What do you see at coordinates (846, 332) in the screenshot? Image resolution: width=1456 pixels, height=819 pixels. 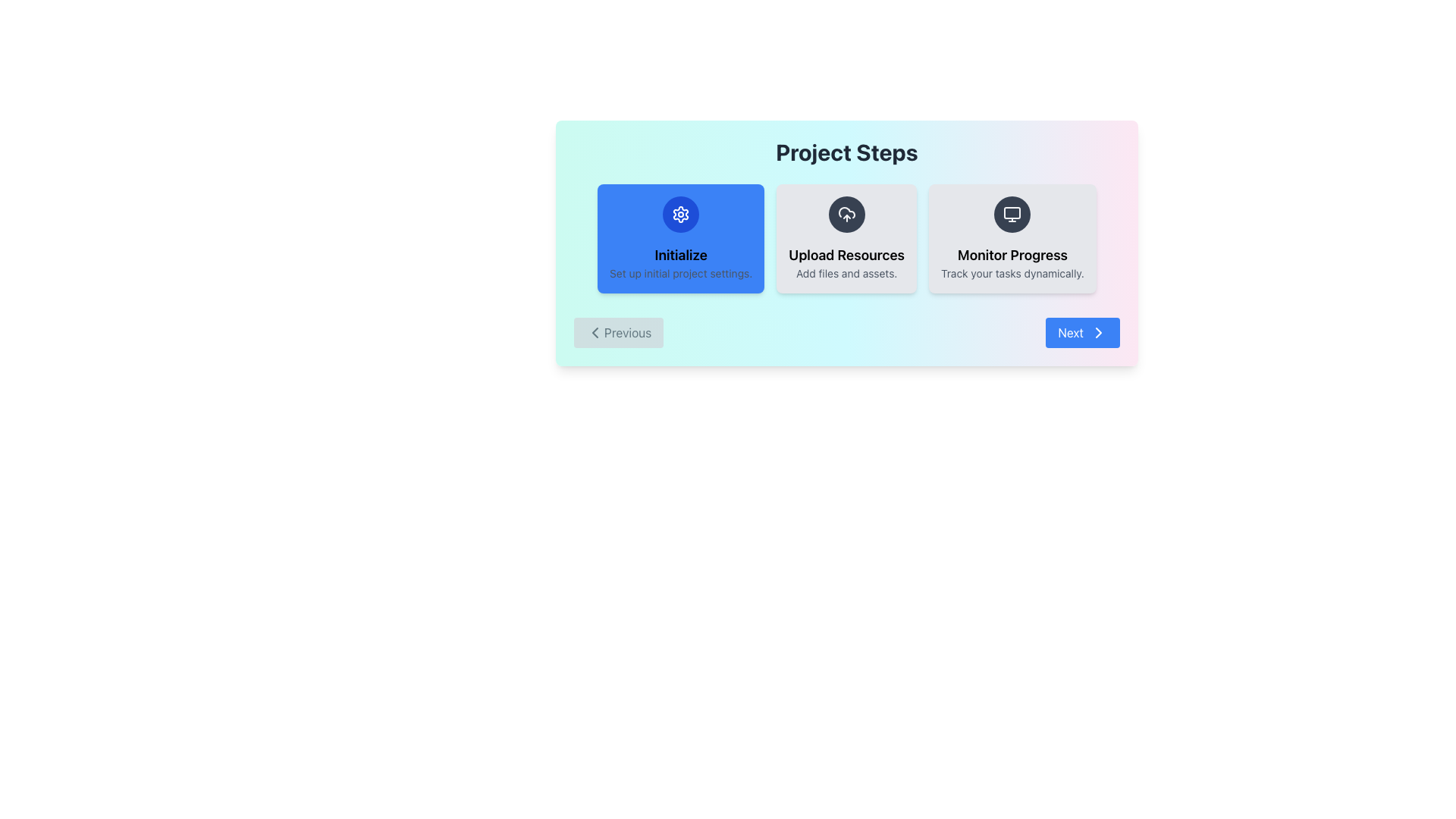 I see `the 'Project Steps' navigation bar located at the bottom of the card, which contains 'Previous' and 'Next' buttons` at bounding box center [846, 332].